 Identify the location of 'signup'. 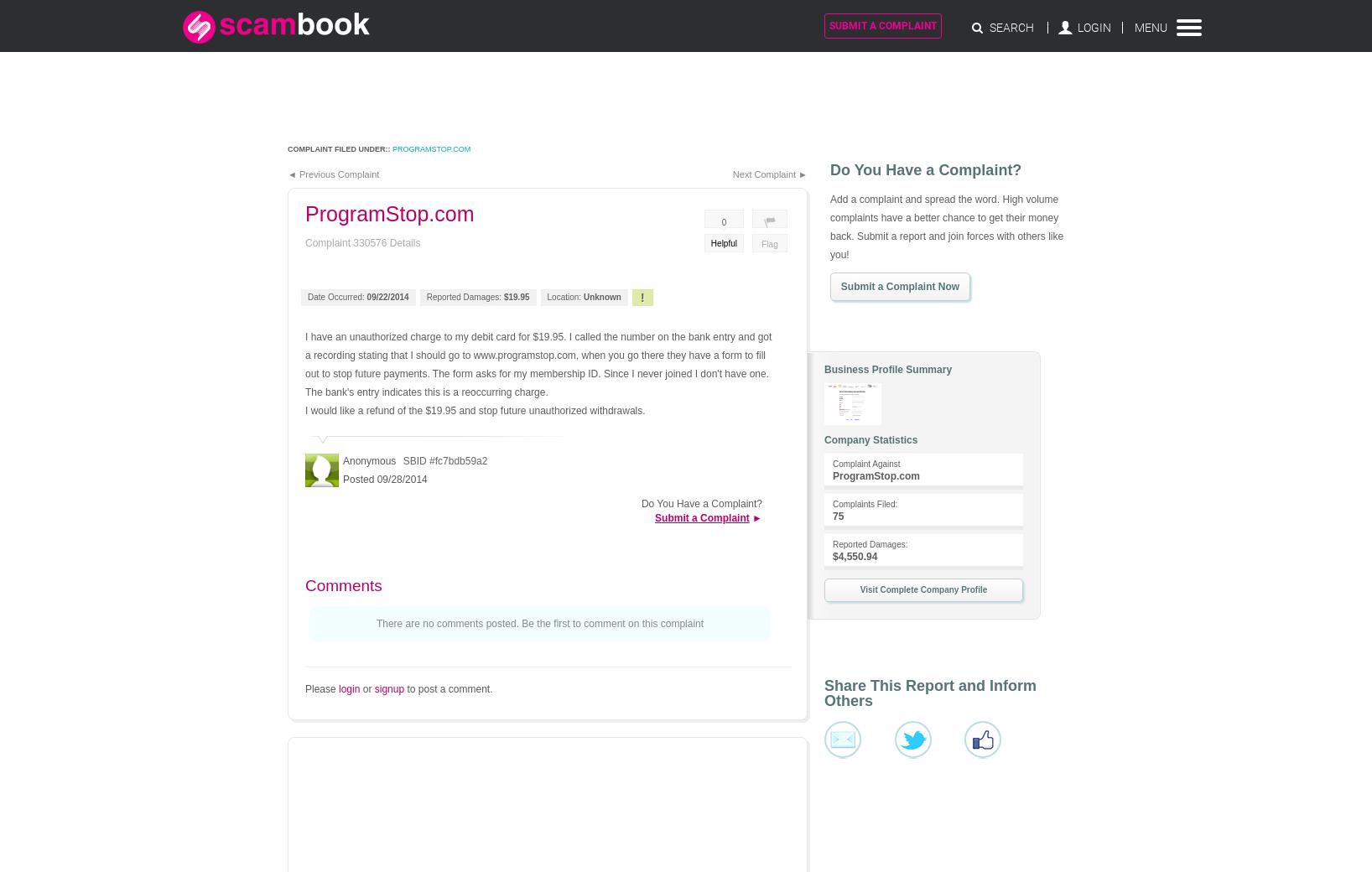
(387, 688).